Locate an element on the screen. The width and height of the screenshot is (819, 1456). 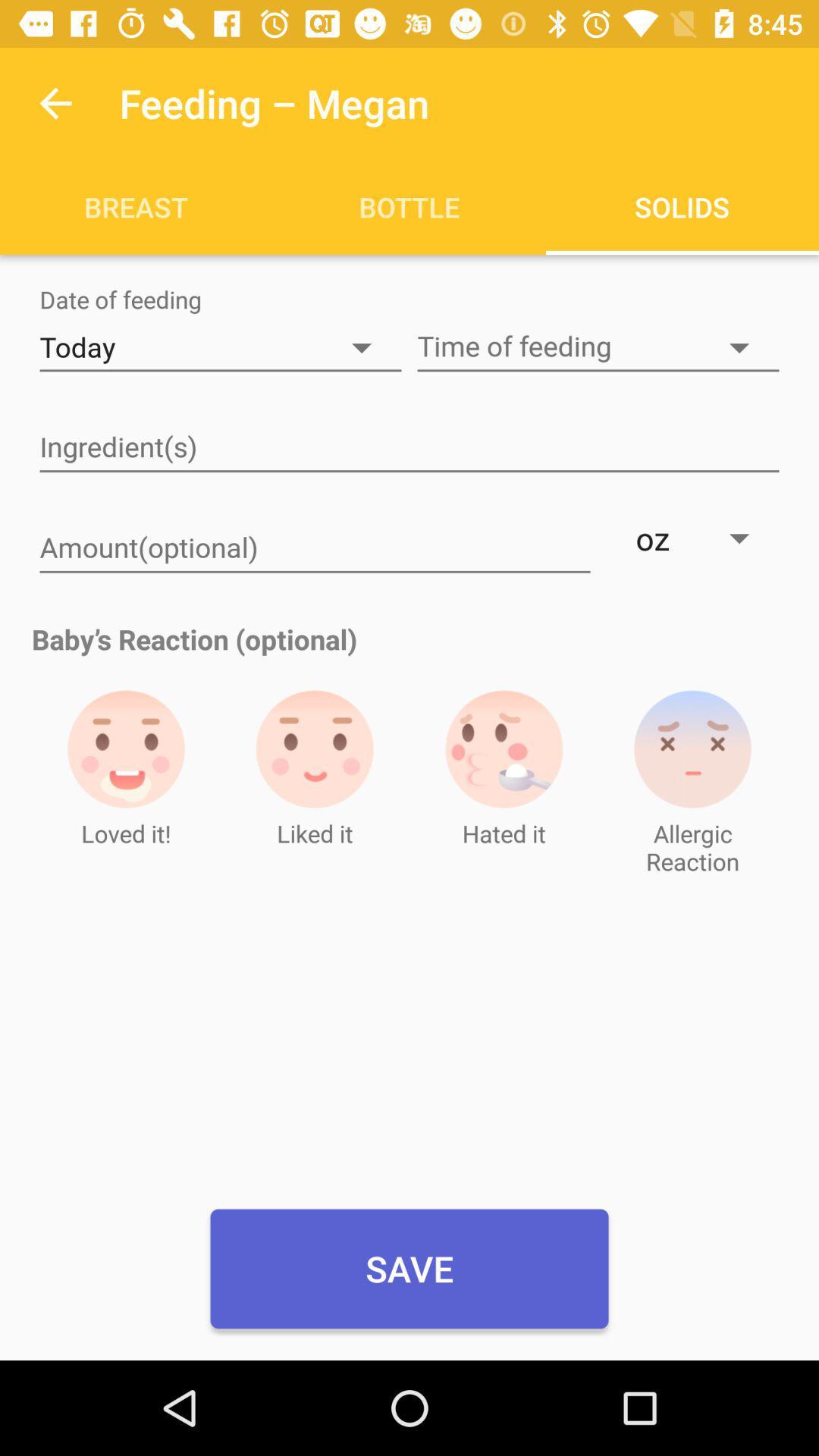
type ingredients is located at coordinates (409, 447).